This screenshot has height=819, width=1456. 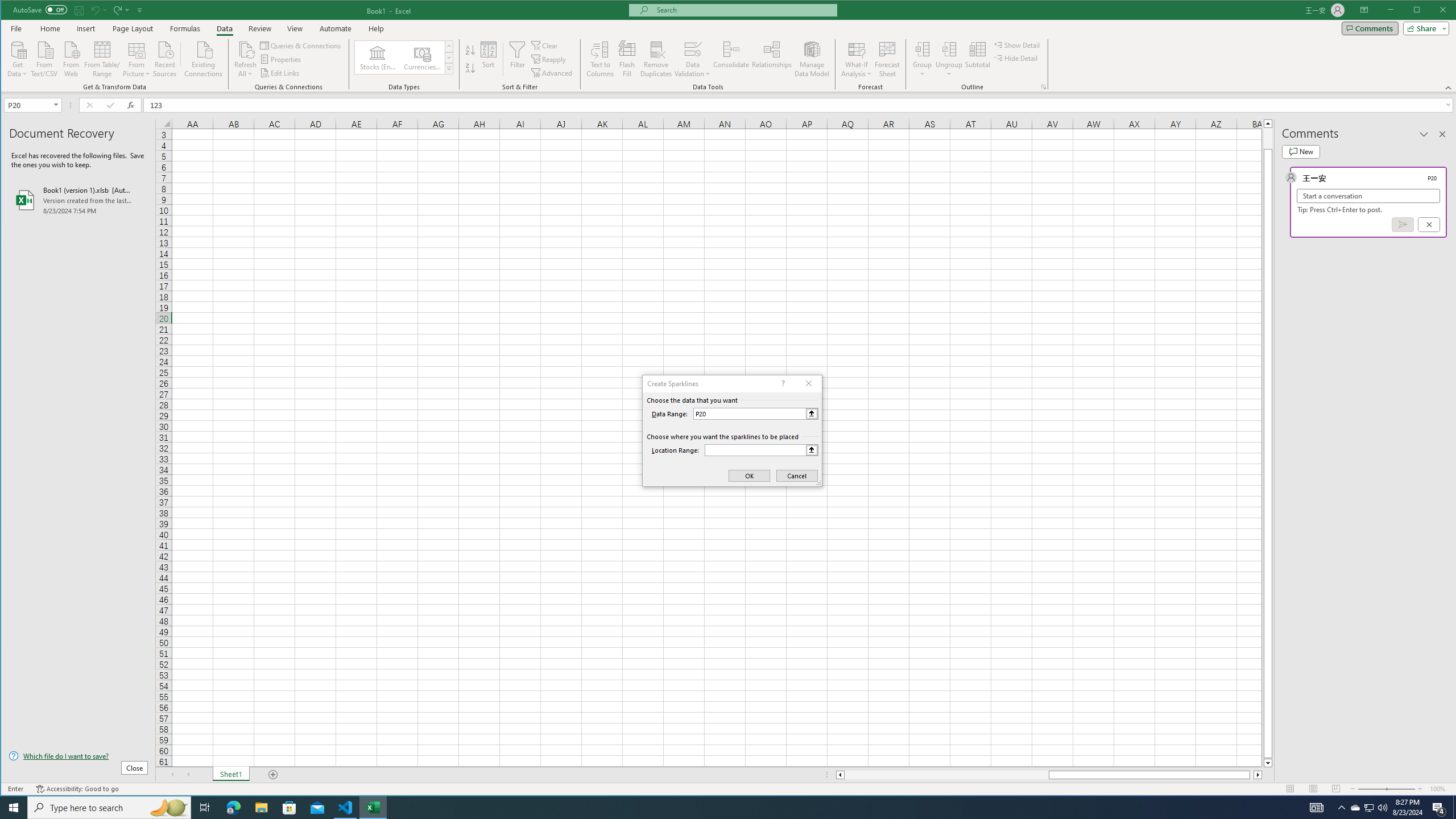 What do you see at coordinates (600, 59) in the screenshot?
I see `'Text to Columns...'` at bounding box center [600, 59].